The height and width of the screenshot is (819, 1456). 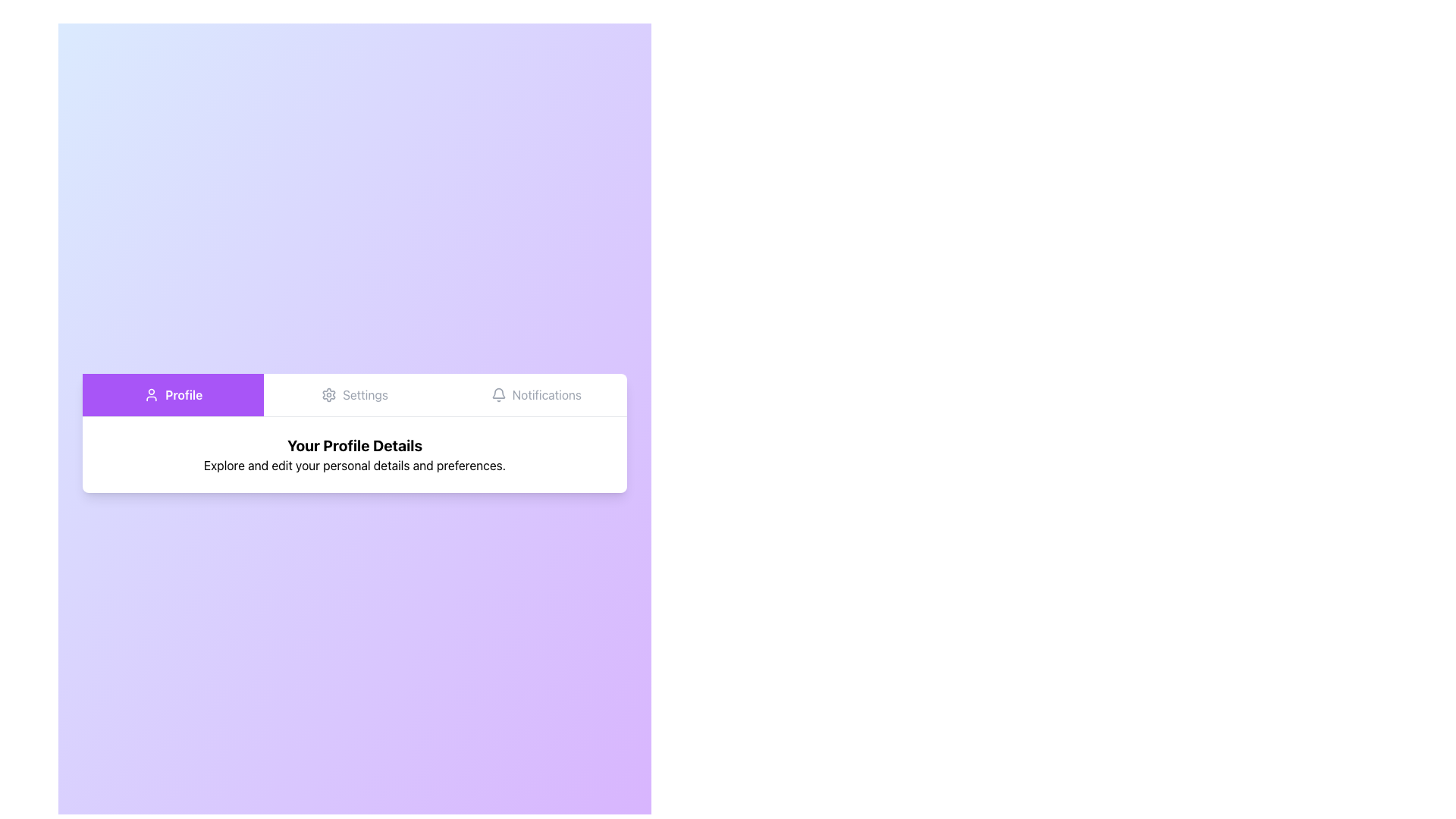 What do you see at coordinates (183, 394) in the screenshot?
I see `the 'Profile' label located centrally within the left segment of the top bar, adjacent to the user silhouette icon` at bounding box center [183, 394].